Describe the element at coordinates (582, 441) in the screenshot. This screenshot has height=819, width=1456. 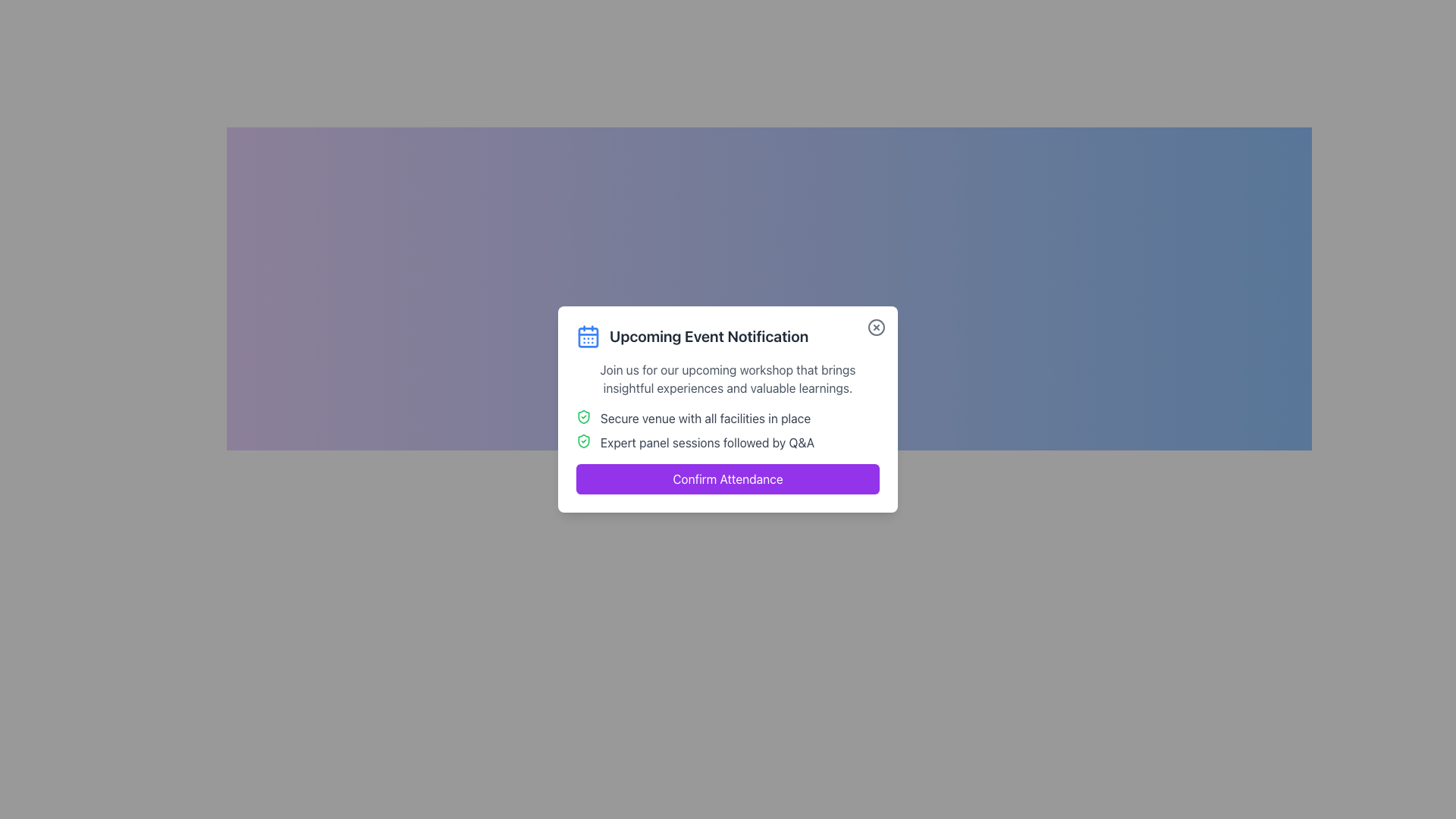
I see `the green shield icon with a checkmark located to the left of the second line of text in the modal, near the phrase 'Expert panel sessions followed by Q&A'` at that location.